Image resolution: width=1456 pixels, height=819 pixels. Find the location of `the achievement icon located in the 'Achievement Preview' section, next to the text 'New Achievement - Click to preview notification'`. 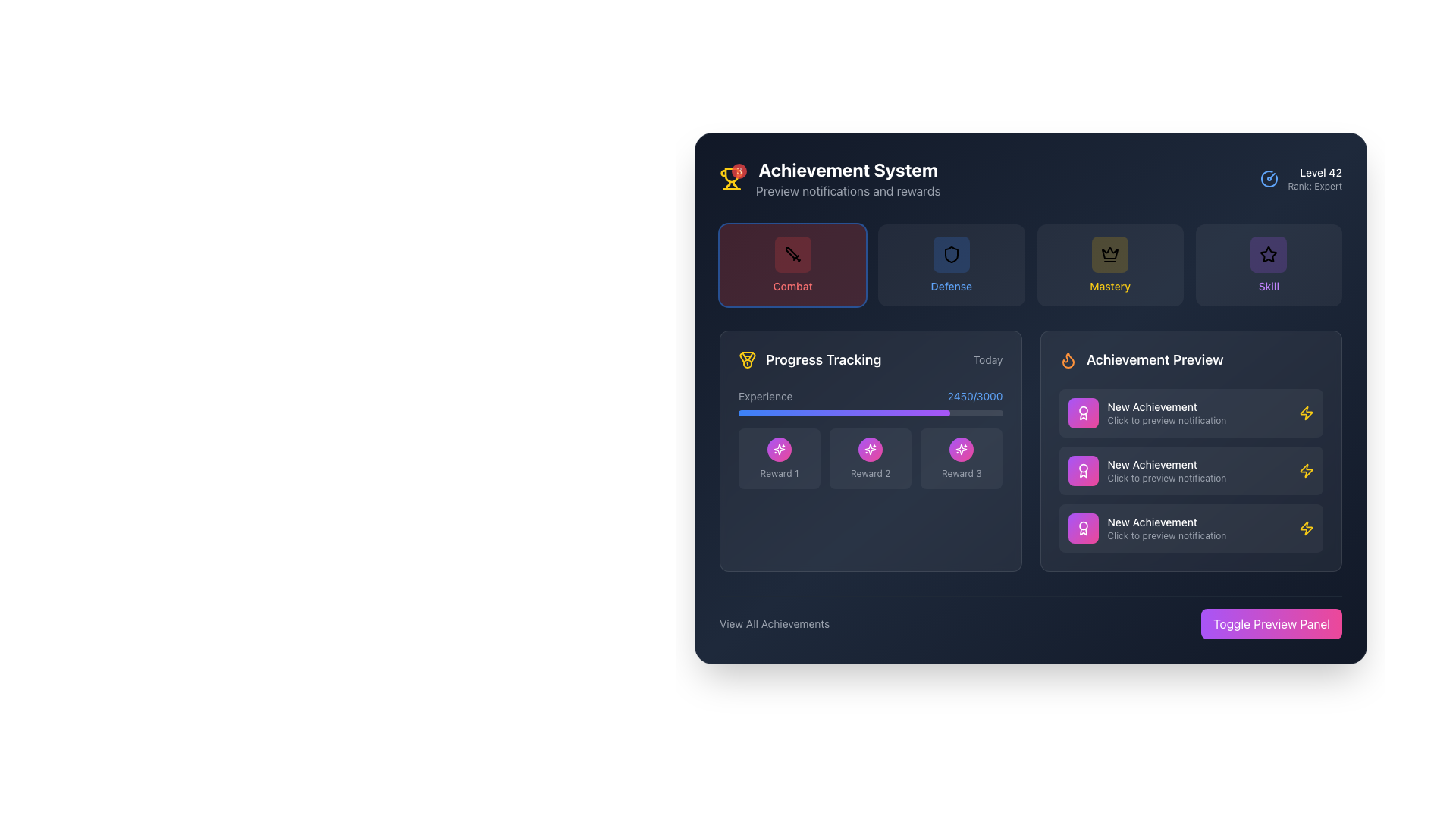

the achievement icon located in the 'Achievement Preview' section, next to the text 'New Achievement - Click to preview notification' is located at coordinates (1306, 528).